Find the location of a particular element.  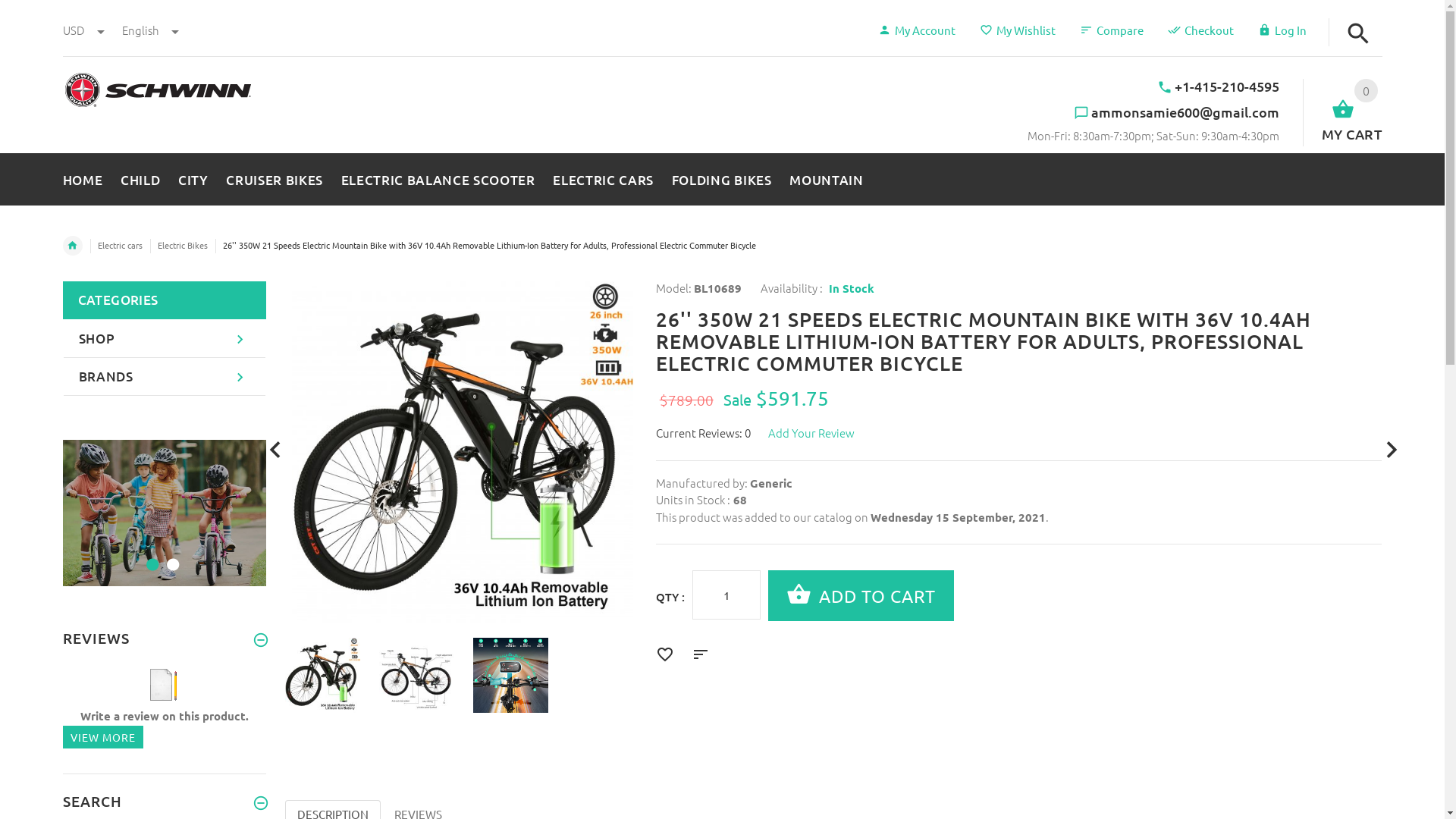

'USD' is located at coordinates (83, 30).